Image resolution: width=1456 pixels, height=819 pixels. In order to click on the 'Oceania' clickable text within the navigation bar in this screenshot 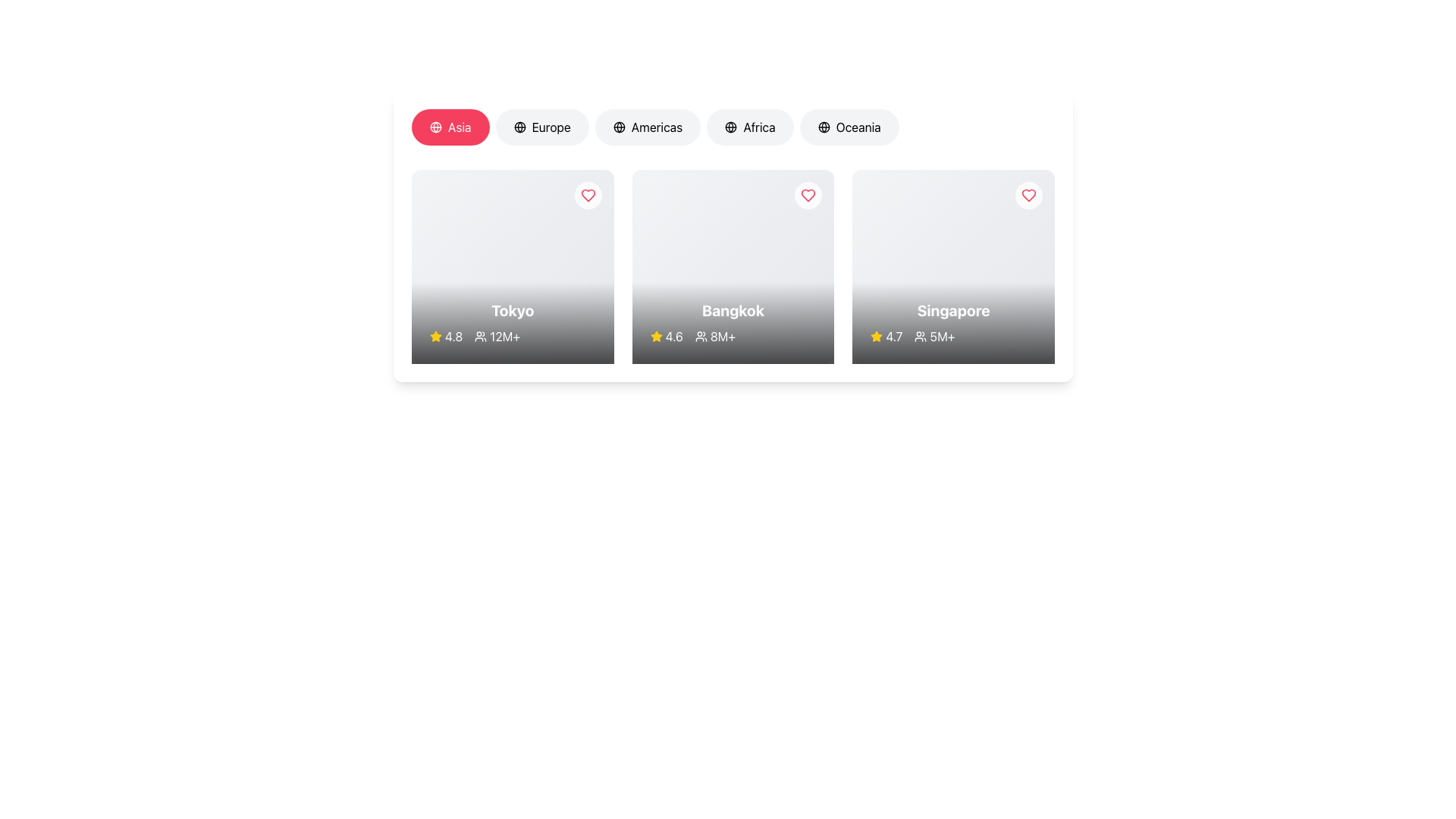, I will do `click(858, 127)`.